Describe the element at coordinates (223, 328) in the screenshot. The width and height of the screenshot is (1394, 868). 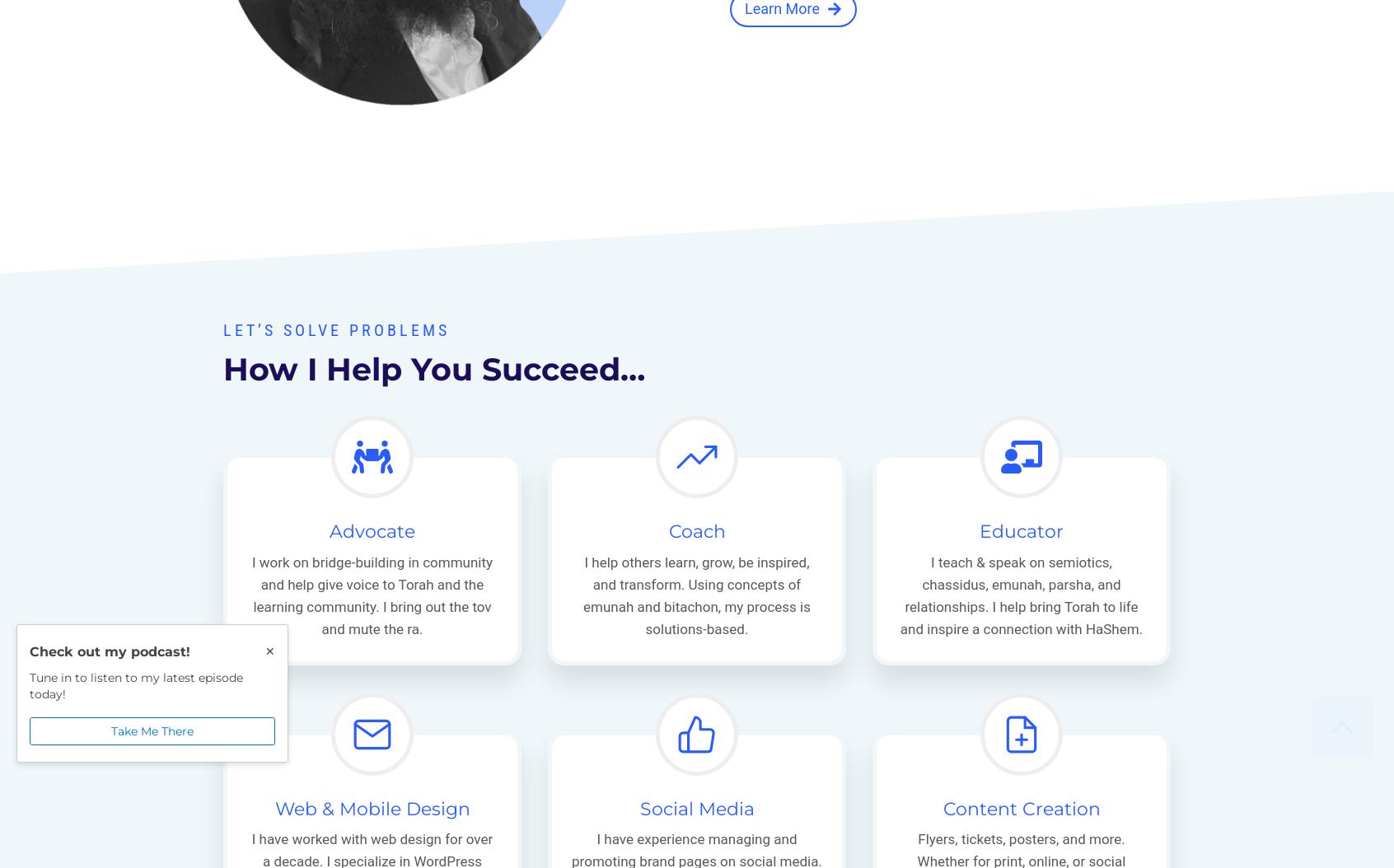
I see `'Let’s solve Problems'` at that location.